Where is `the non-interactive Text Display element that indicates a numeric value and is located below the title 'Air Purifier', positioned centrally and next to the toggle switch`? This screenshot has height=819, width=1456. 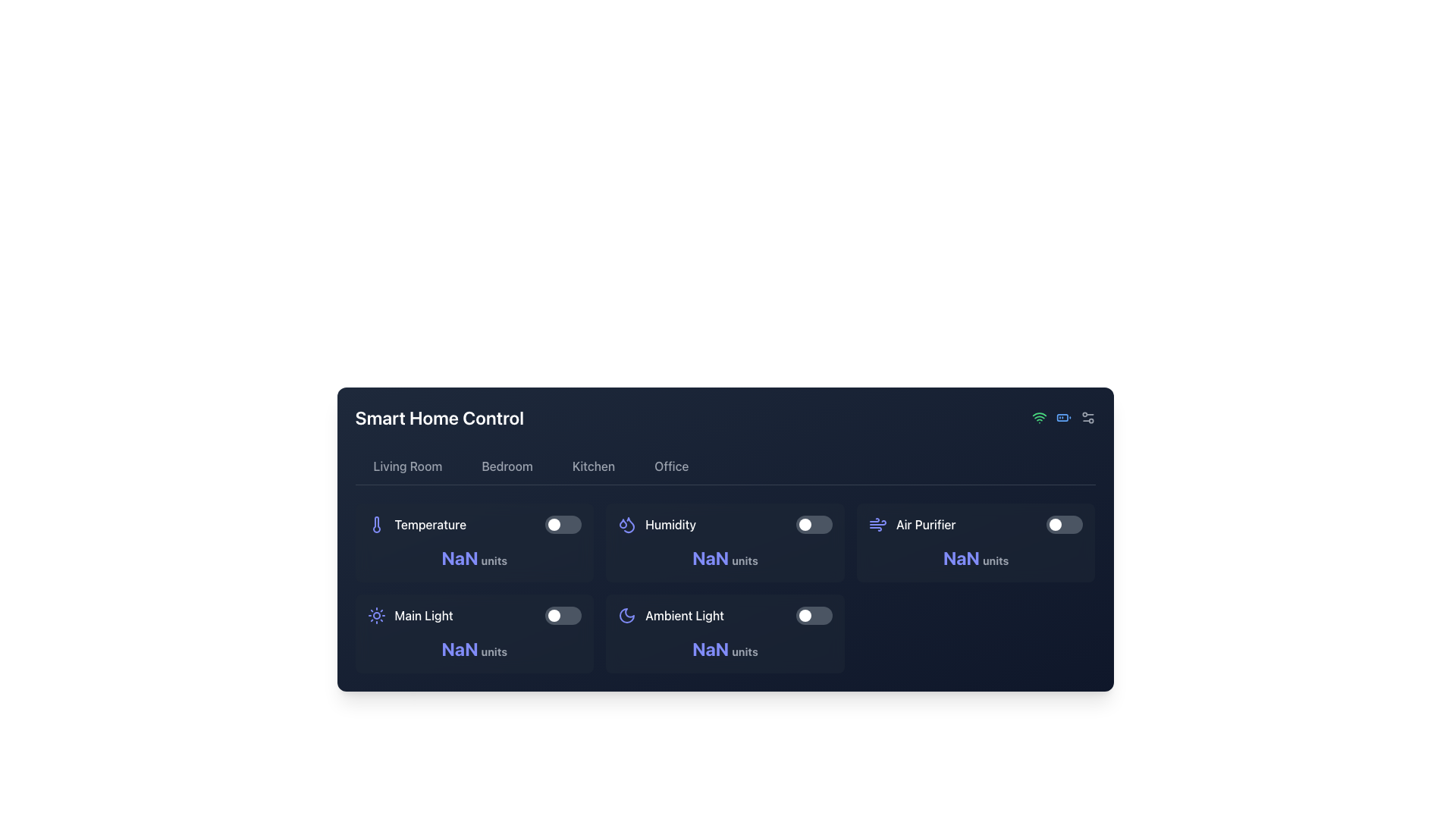
the non-interactive Text Display element that indicates a numeric value and is located below the title 'Air Purifier', positioned centrally and next to the toggle switch is located at coordinates (976, 558).